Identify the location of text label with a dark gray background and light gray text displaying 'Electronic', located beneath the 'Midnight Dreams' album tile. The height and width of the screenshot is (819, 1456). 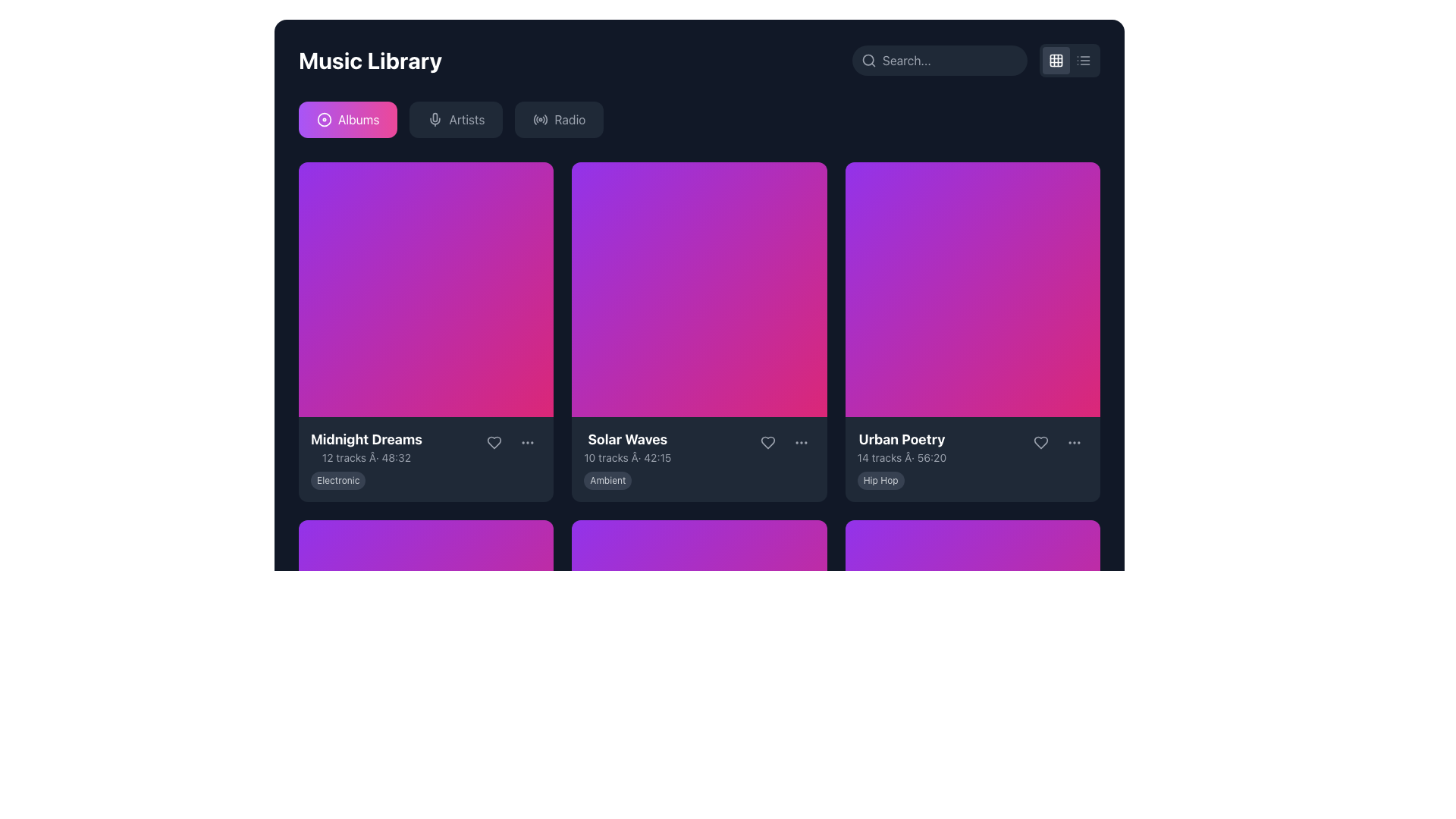
(337, 481).